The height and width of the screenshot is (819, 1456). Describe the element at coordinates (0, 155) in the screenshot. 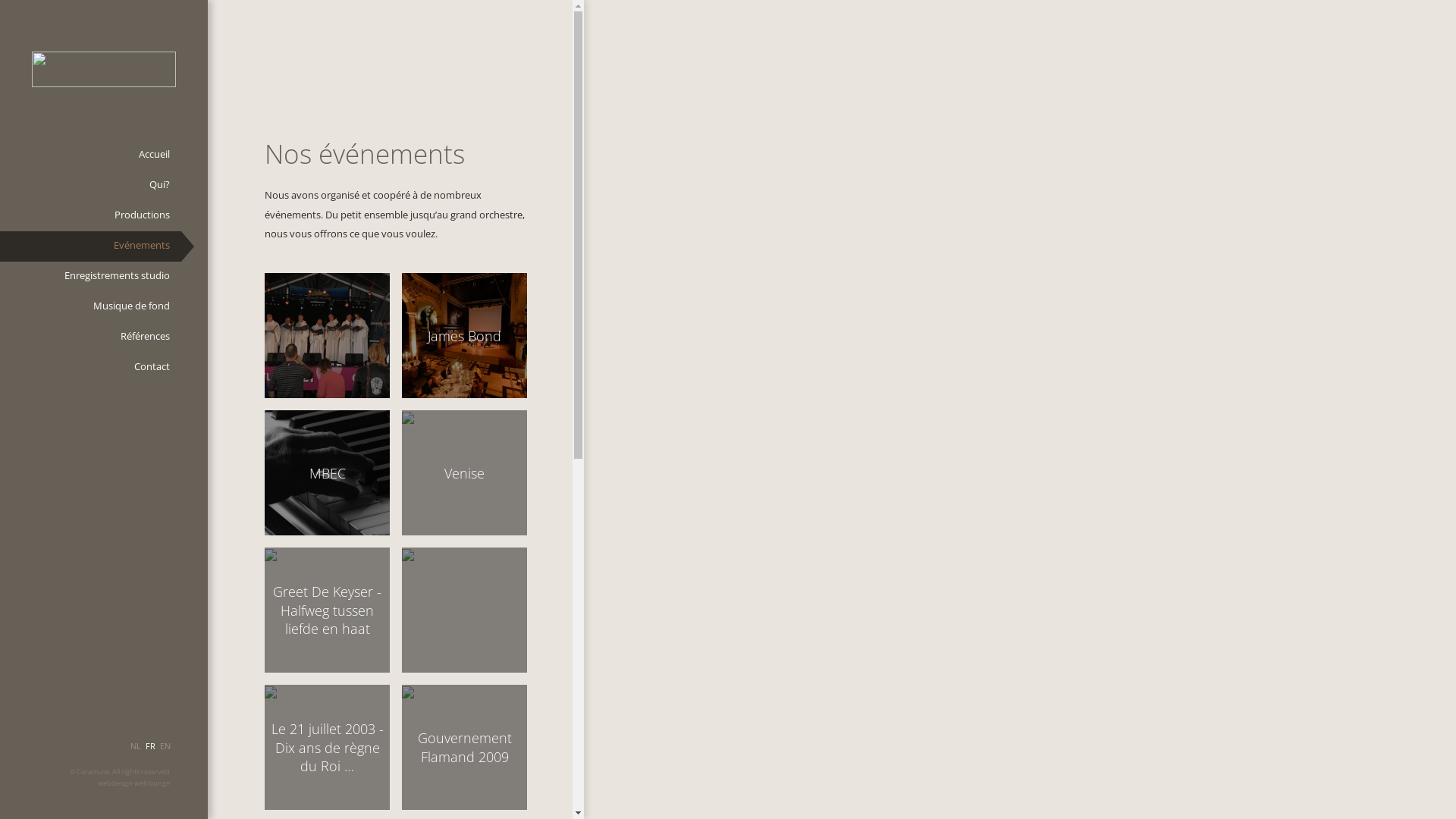

I see `'Accueil'` at that location.